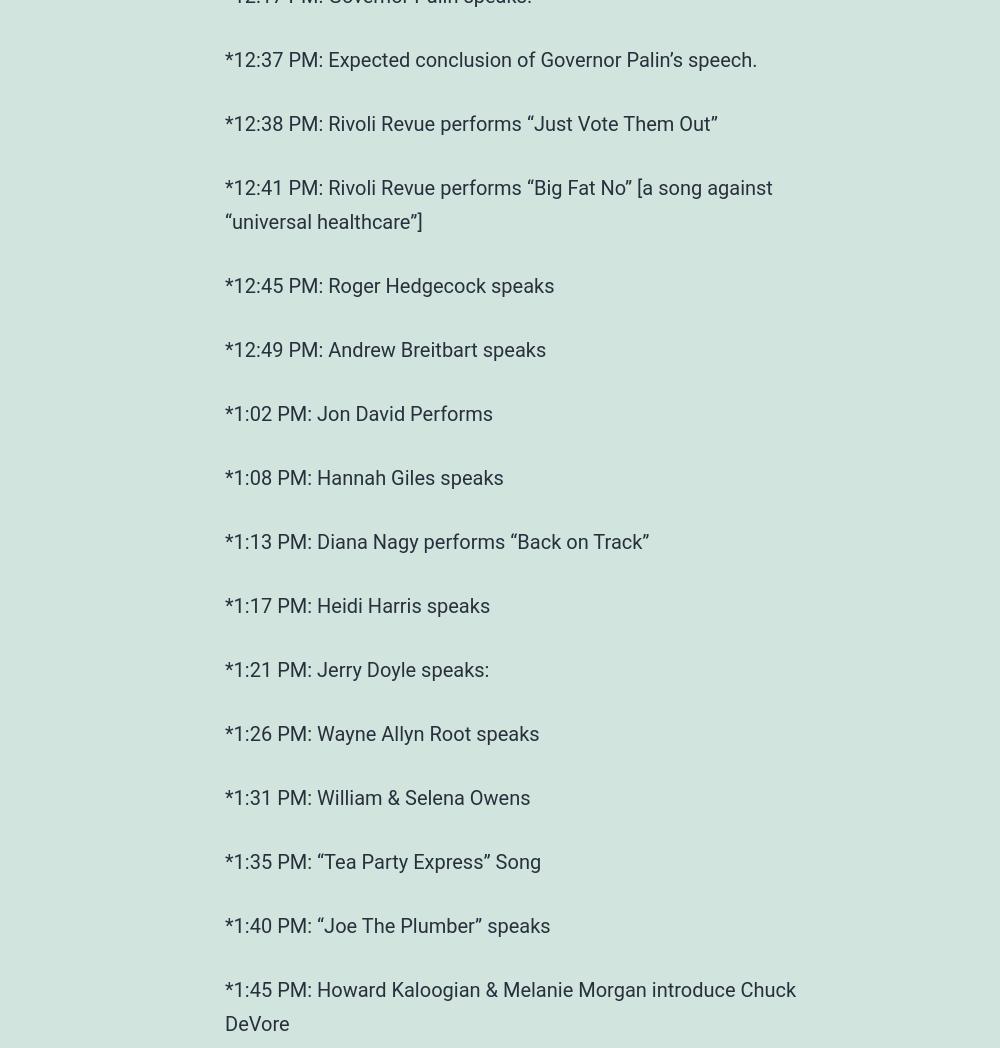  I want to click on '*12:49 PM: Andrew Breitbart speaks', so click(385, 348).